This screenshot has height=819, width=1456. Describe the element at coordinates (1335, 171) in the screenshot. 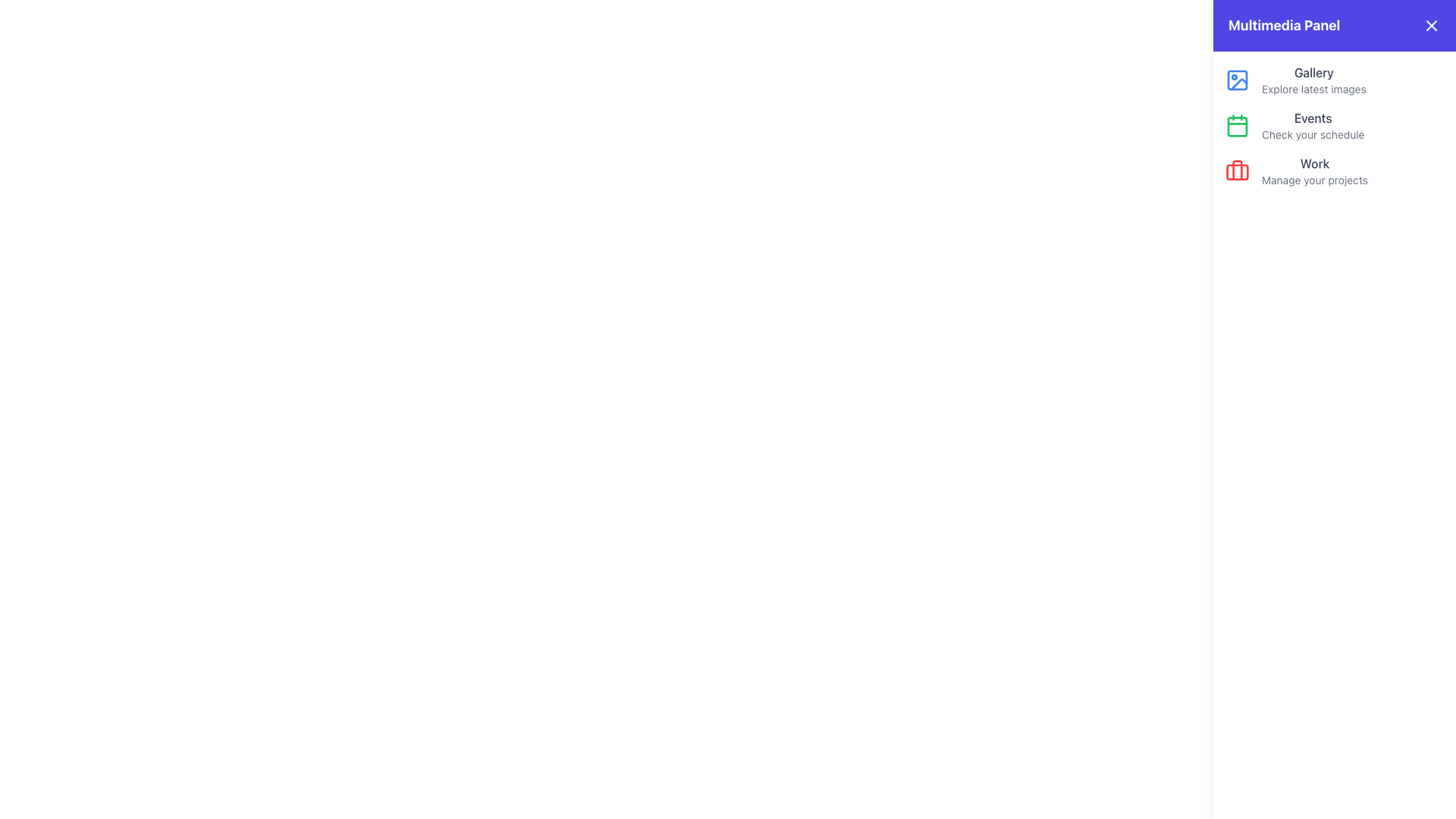

I see `the third list item in the vertical menu labeled 'Multimedia Panel'` at that location.